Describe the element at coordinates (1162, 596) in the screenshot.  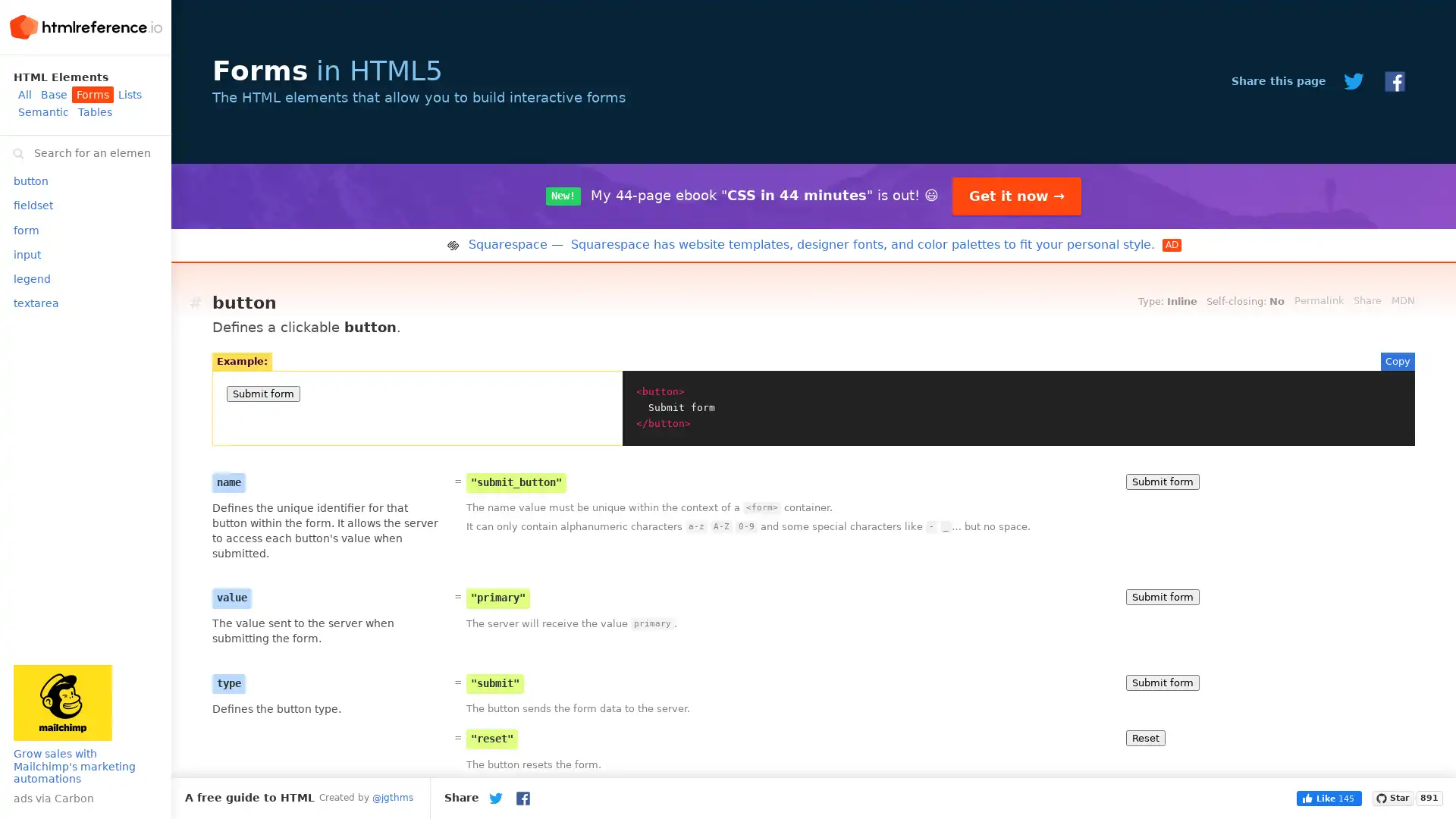
I see `Submit form` at that location.